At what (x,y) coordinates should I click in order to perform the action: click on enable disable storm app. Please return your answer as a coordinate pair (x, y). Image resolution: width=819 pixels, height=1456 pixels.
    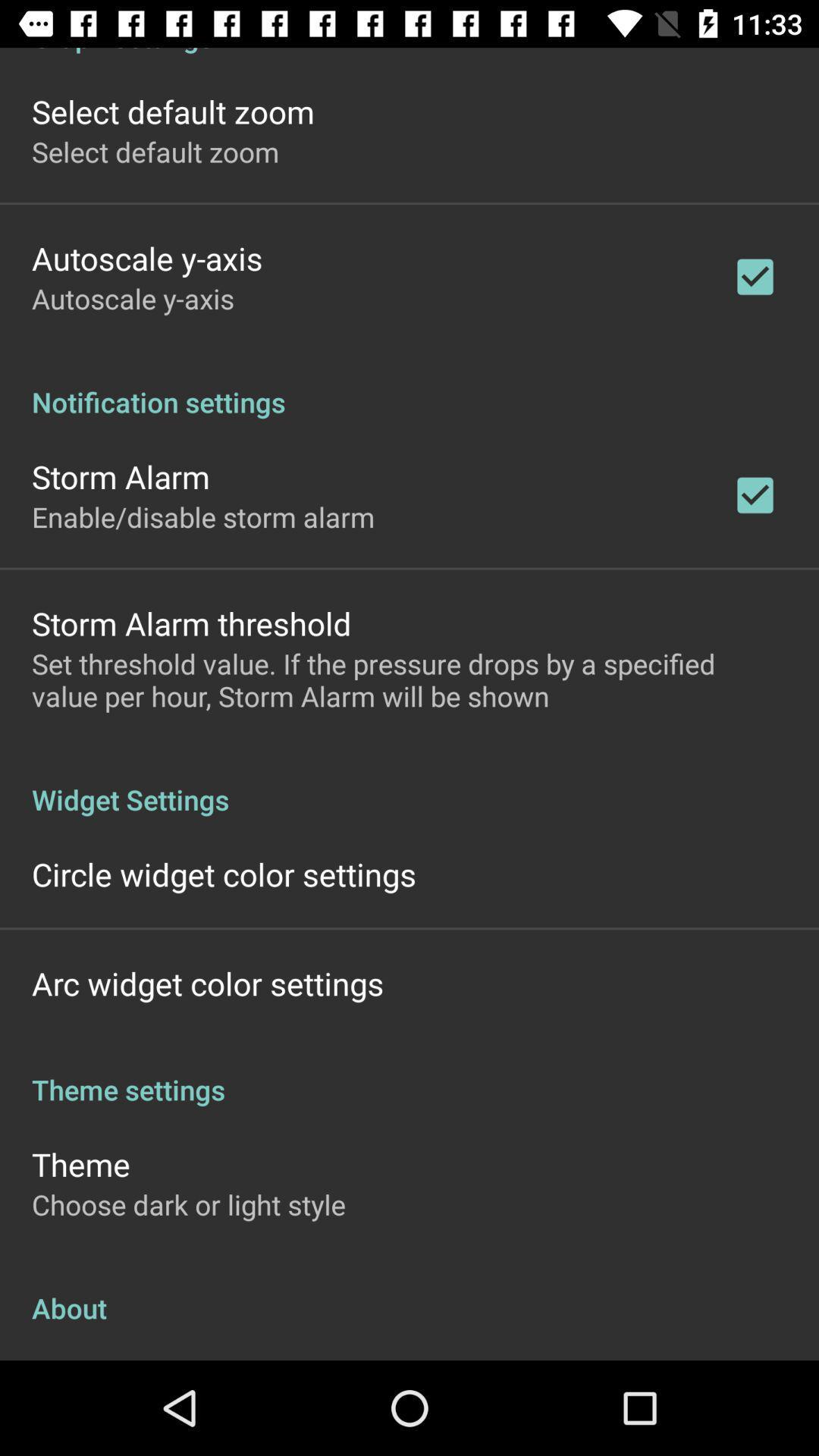
    Looking at the image, I should click on (202, 516).